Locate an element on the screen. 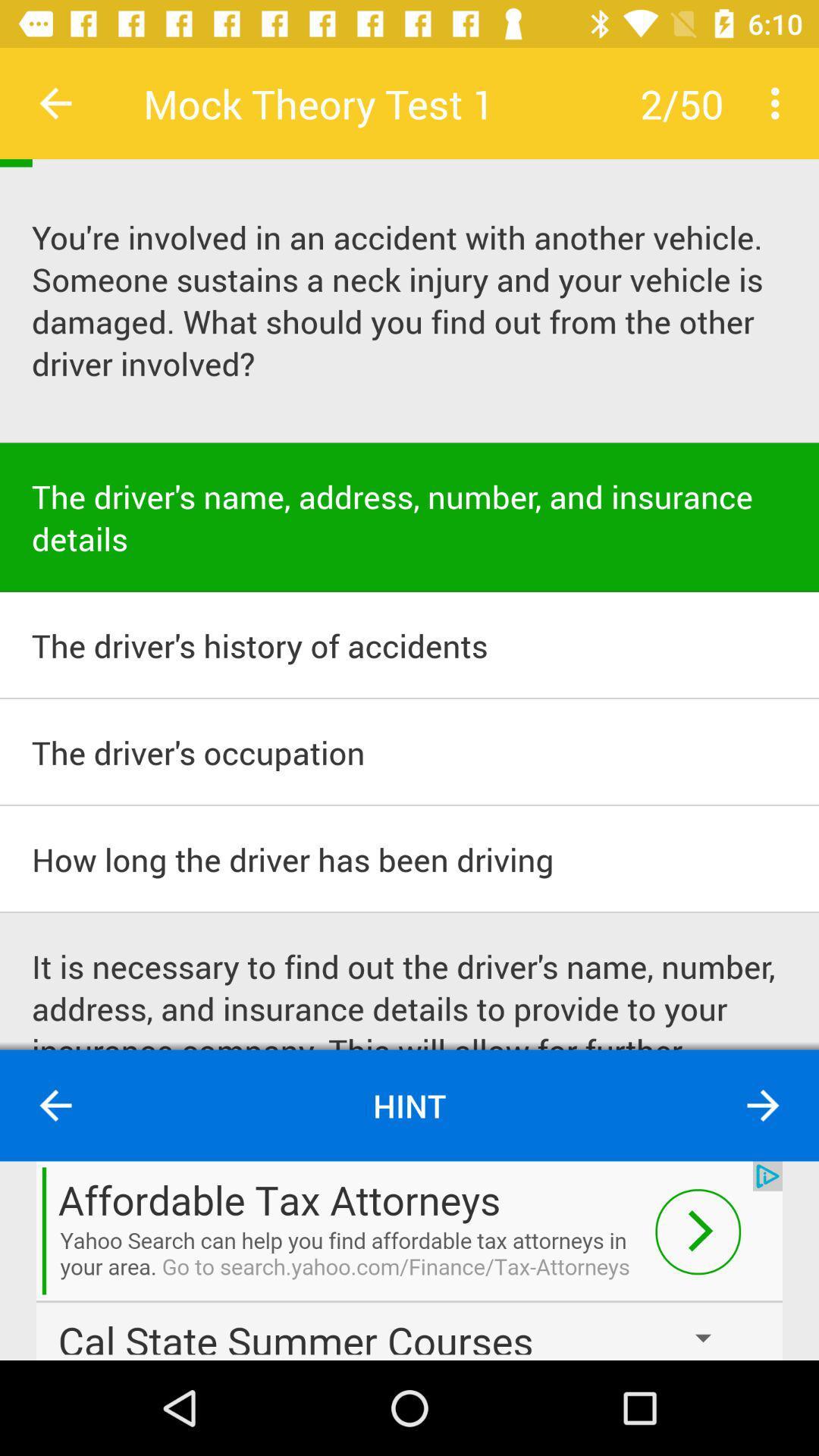  the menu button at the top right corner of the page is located at coordinates (779, 103).